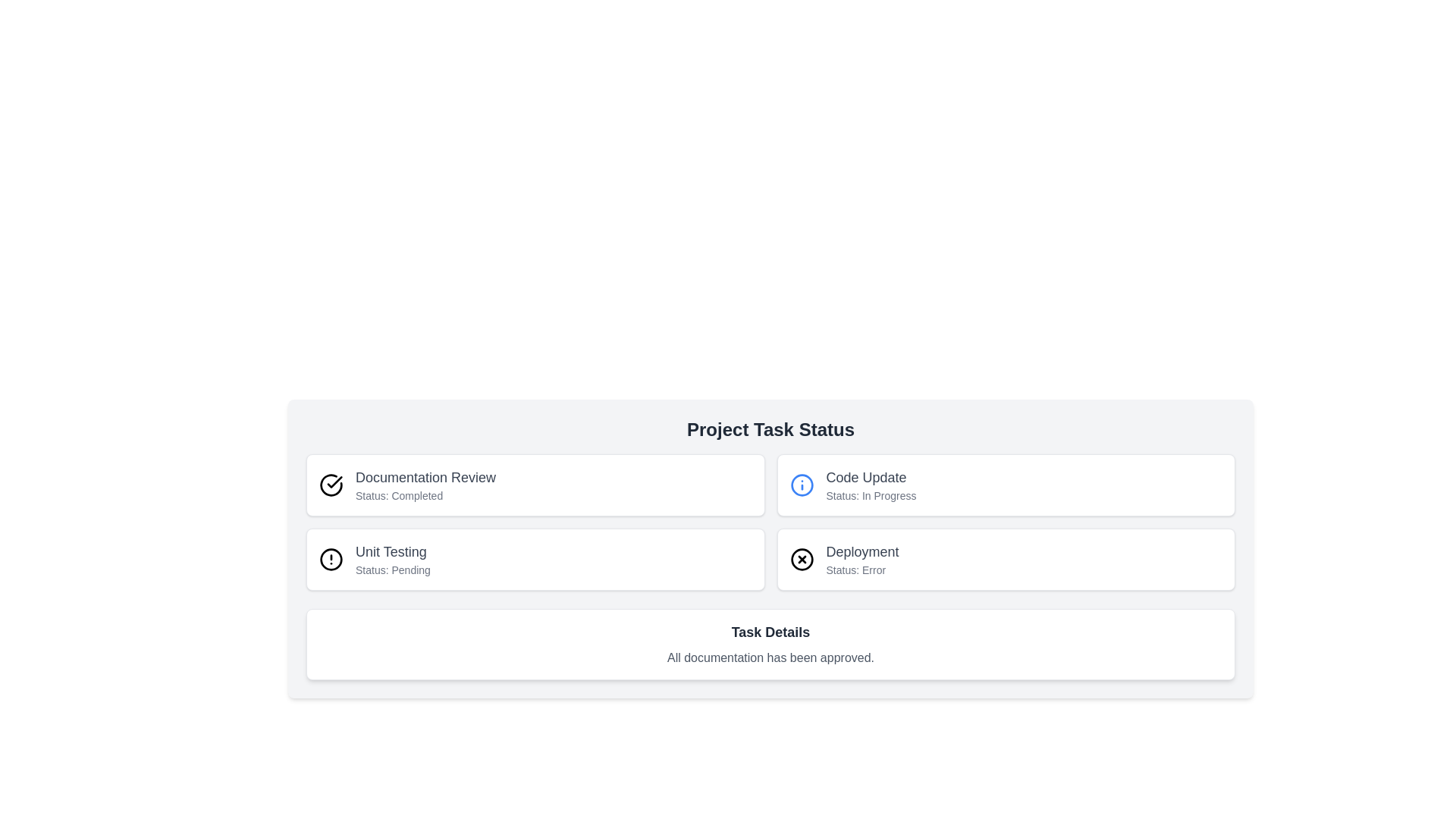 The height and width of the screenshot is (819, 1456). I want to click on text content of the 'Unit Testing' label, which is a large, bold, medium gray text located above the 'Status: Pending' label in the 'Project Task Status' table, so click(393, 552).